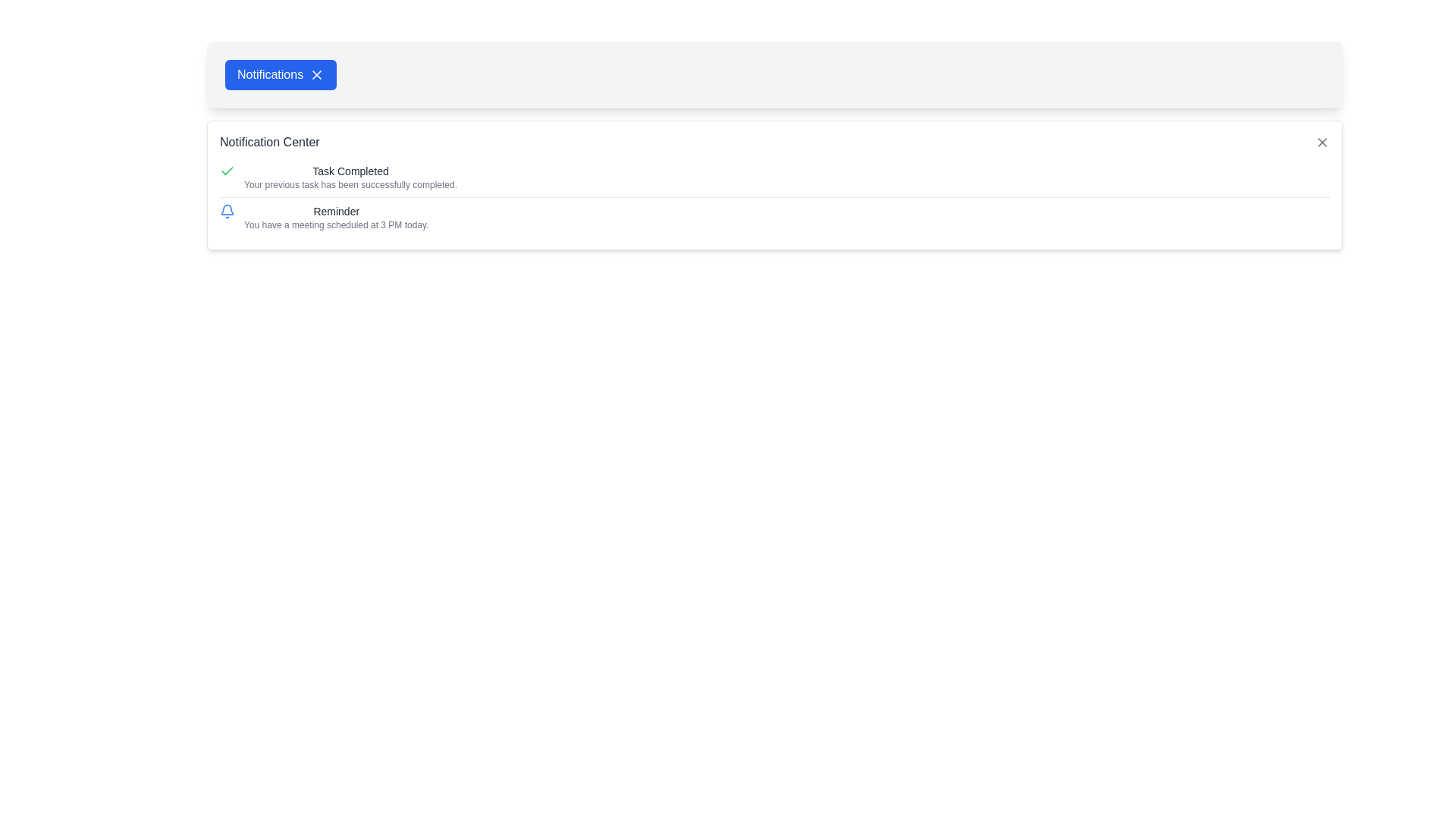 The width and height of the screenshot is (1456, 819). I want to click on the text element that states 'Your previous task has been successfully completed.' located in the Notification Center panel, positioned below 'Task Completed.', so click(350, 184).